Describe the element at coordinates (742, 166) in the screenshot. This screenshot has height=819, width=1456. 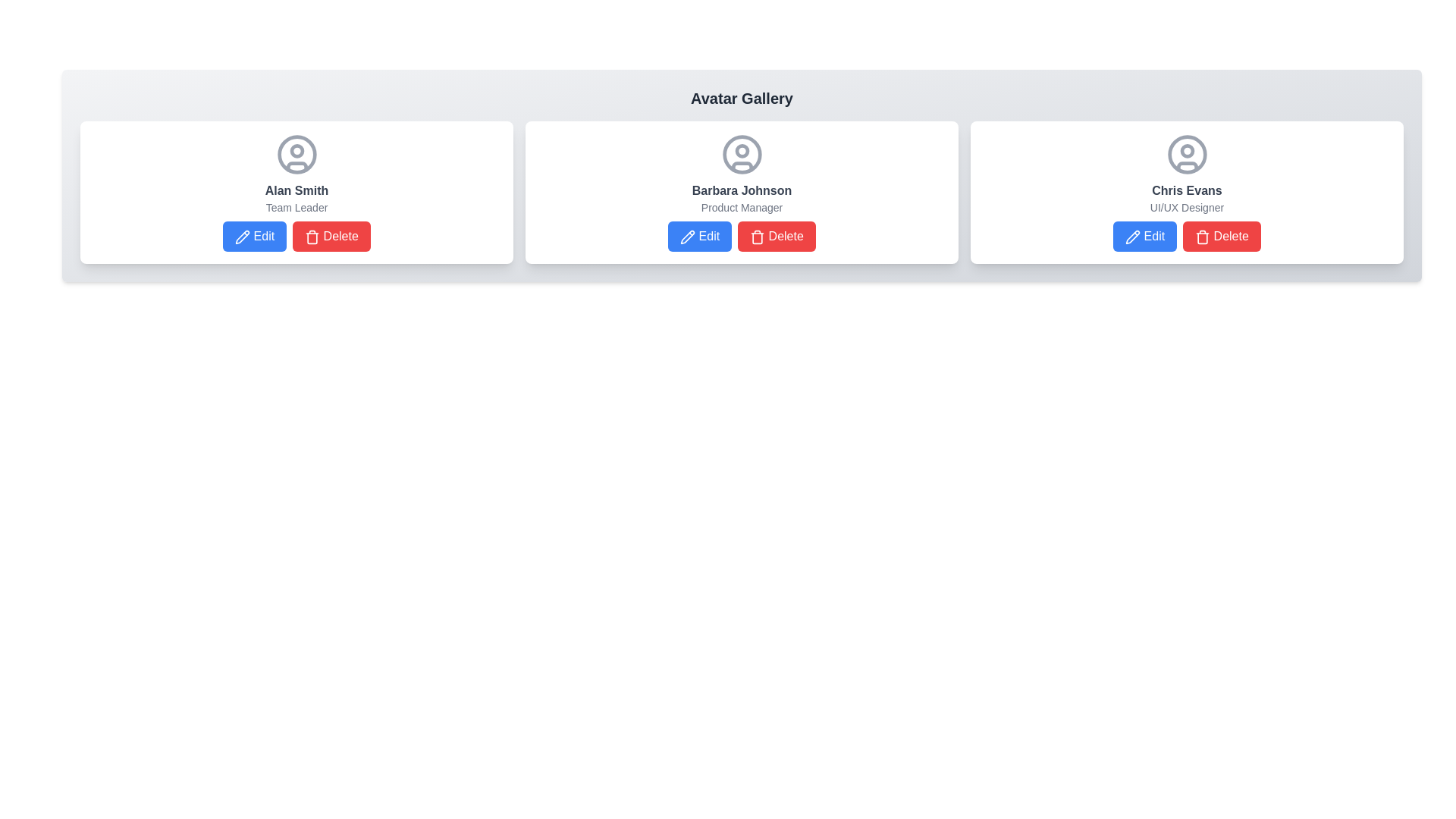
I see `the curved line of the user profile icon located in the central panel of the Avatar Gallery interface, which is part of the middle circular avatar icon` at that location.